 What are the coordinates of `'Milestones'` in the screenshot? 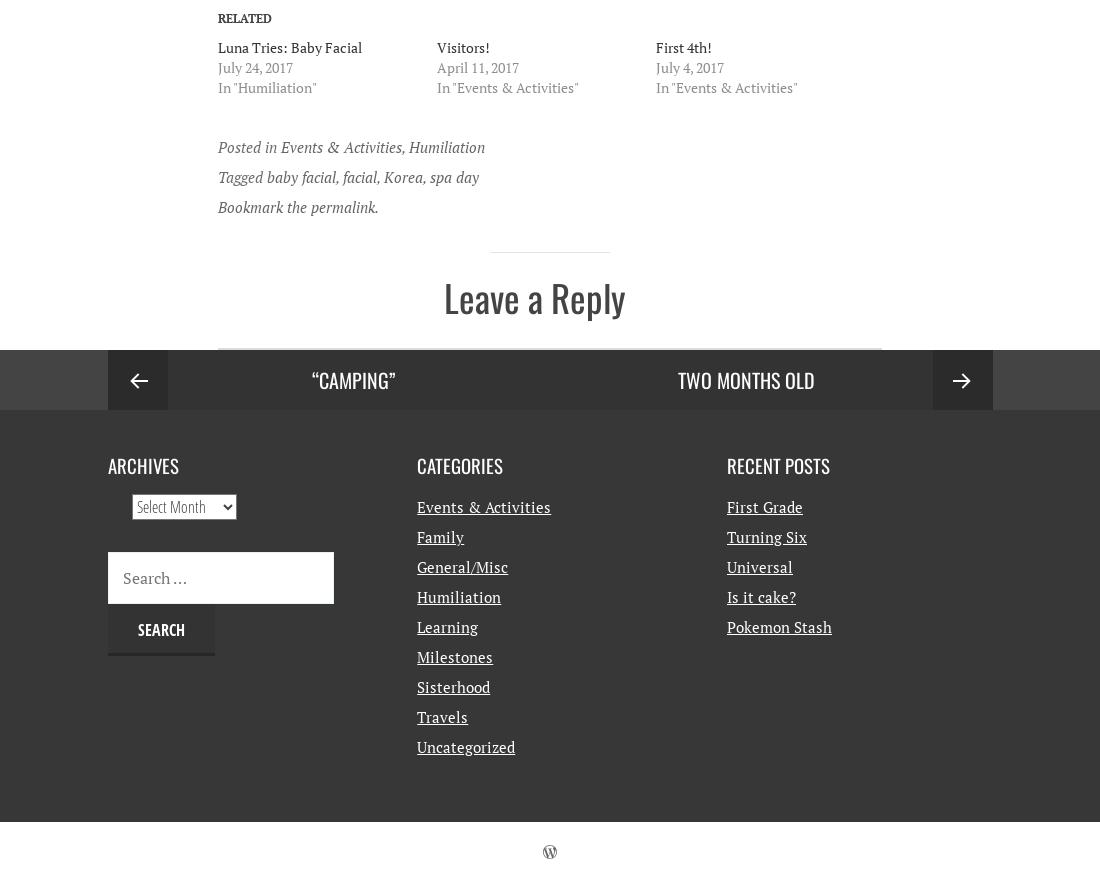 It's located at (453, 656).